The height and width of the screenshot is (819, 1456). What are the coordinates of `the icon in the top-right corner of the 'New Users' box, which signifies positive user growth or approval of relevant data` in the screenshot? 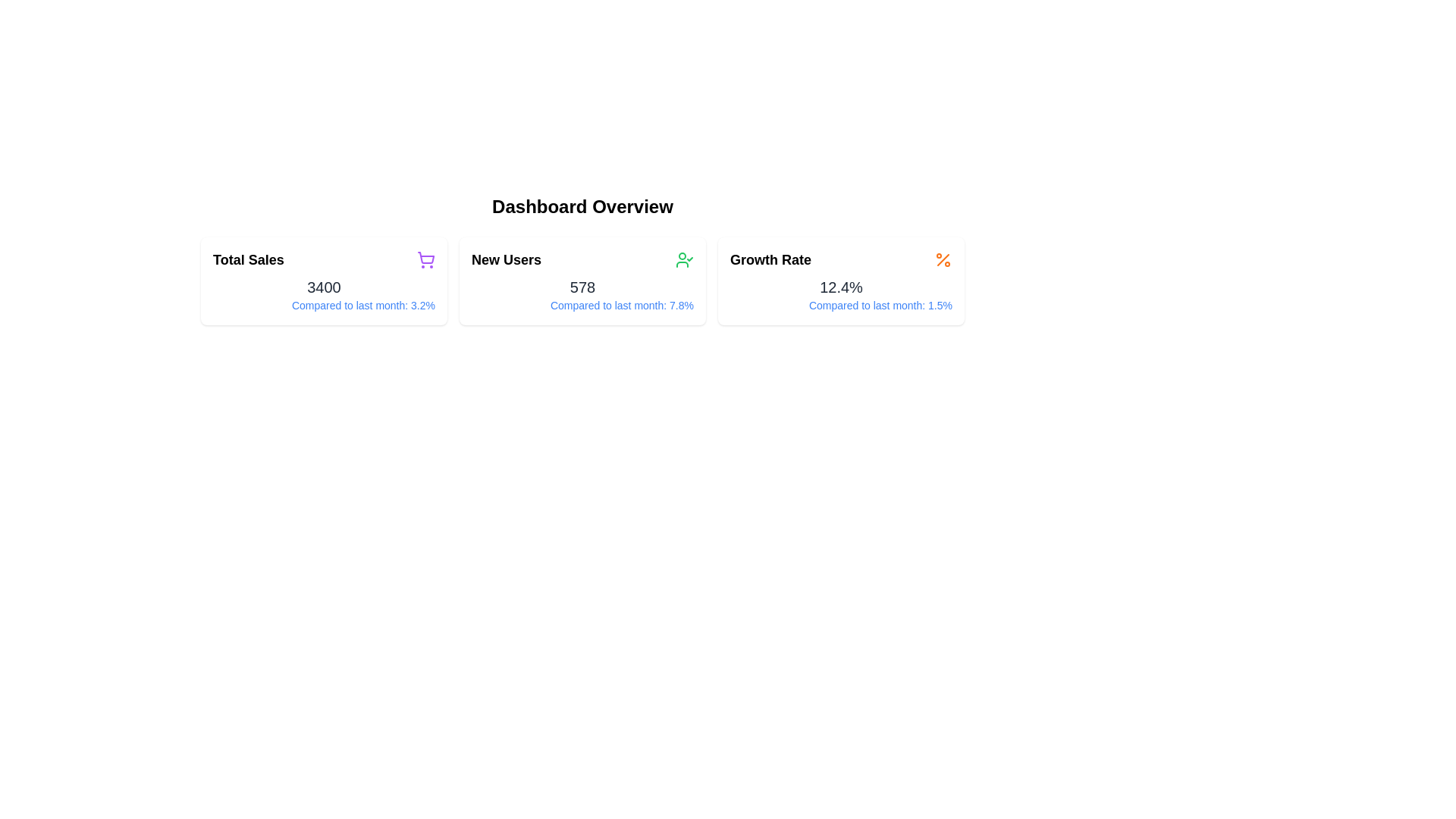 It's located at (683, 259).